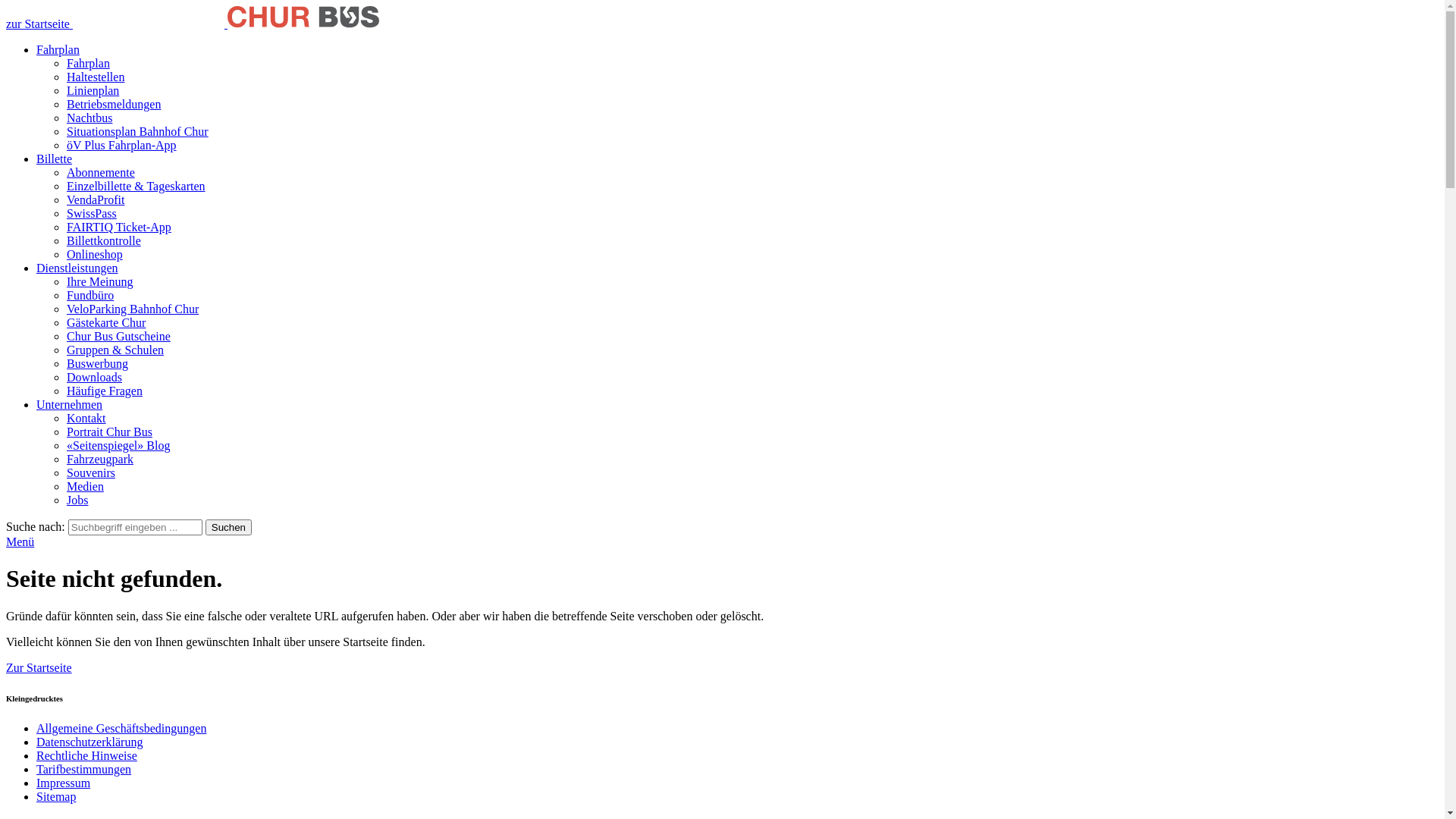  I want to click on 'Abonnemente', so click(100, 171).